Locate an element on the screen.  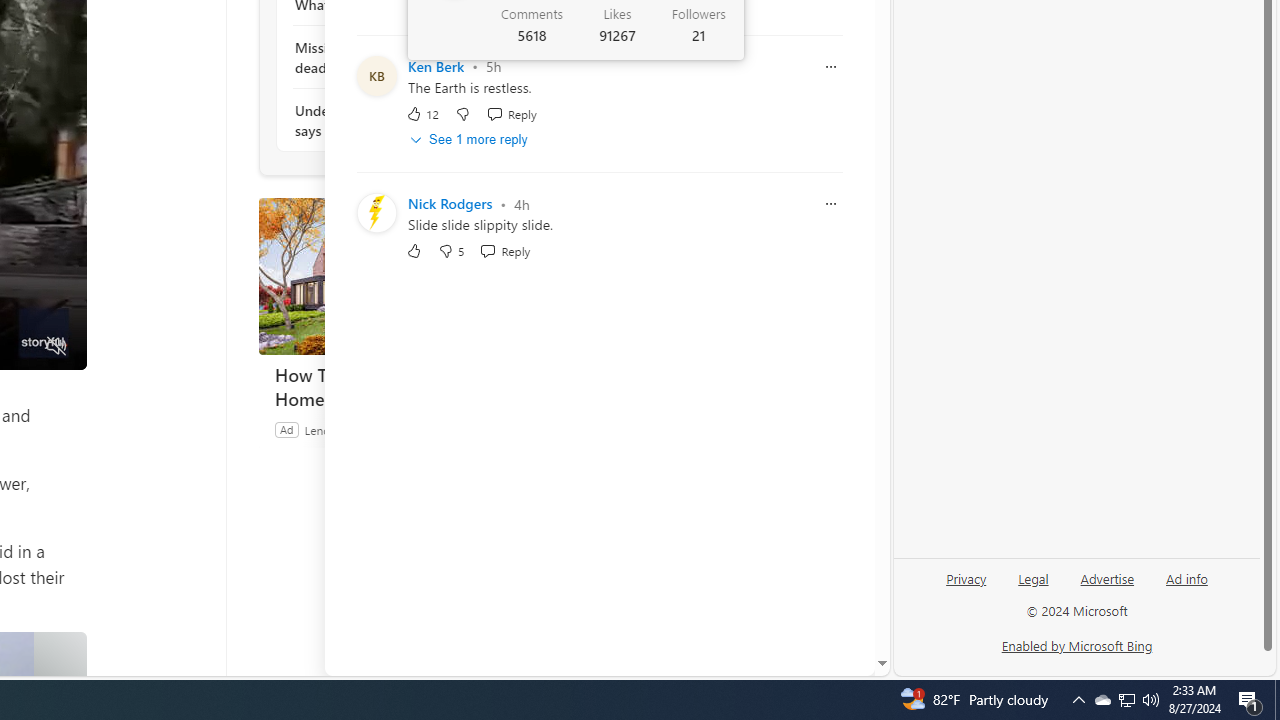
'12 Like' is located at coordinates (421, 113).